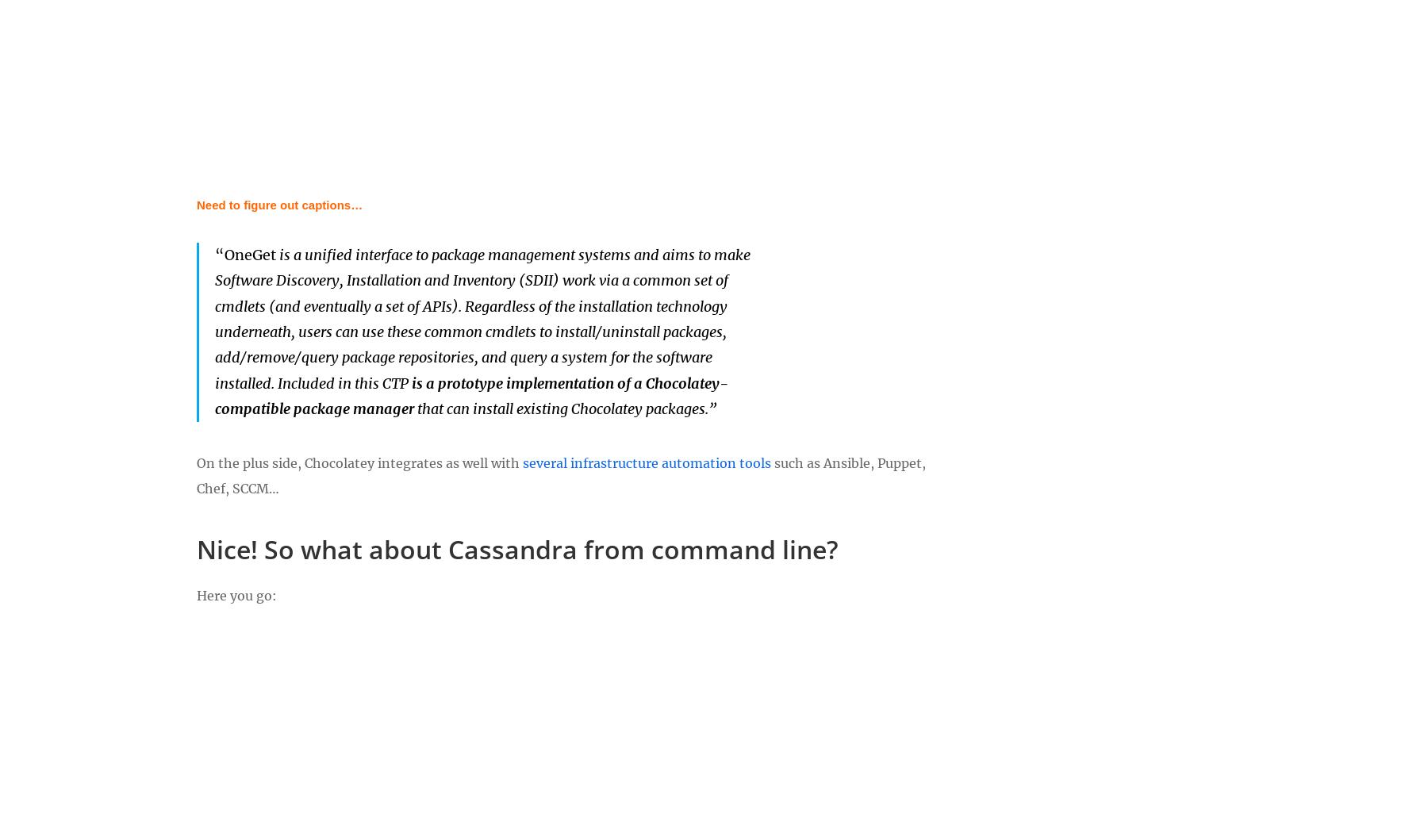  I want to click on 'Nice! So what about Cassandra from command line?', so click(516, 548).